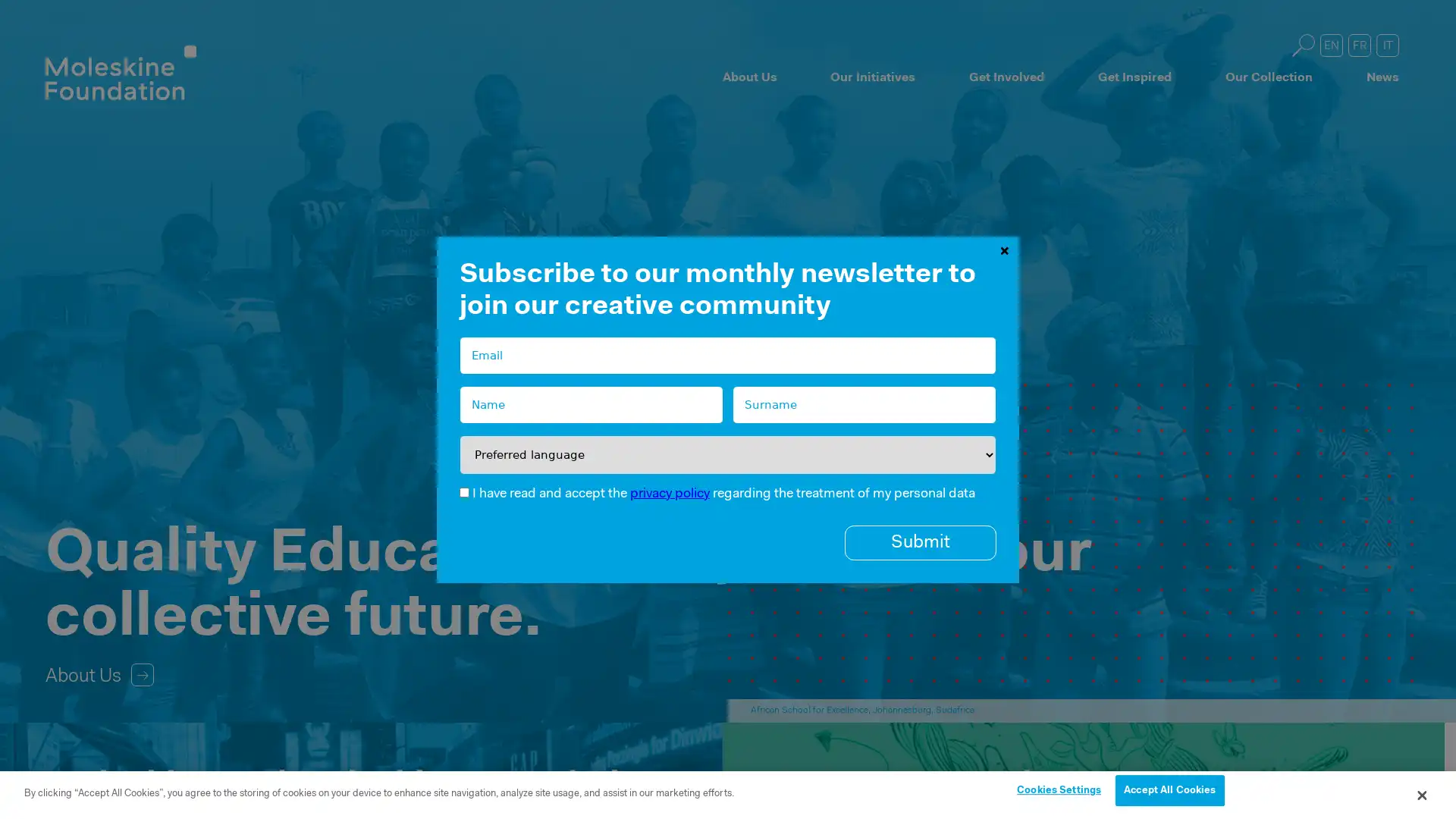  Describe the element at coordinates (920, 541) in the screenshot. I see `Submit` at that location.